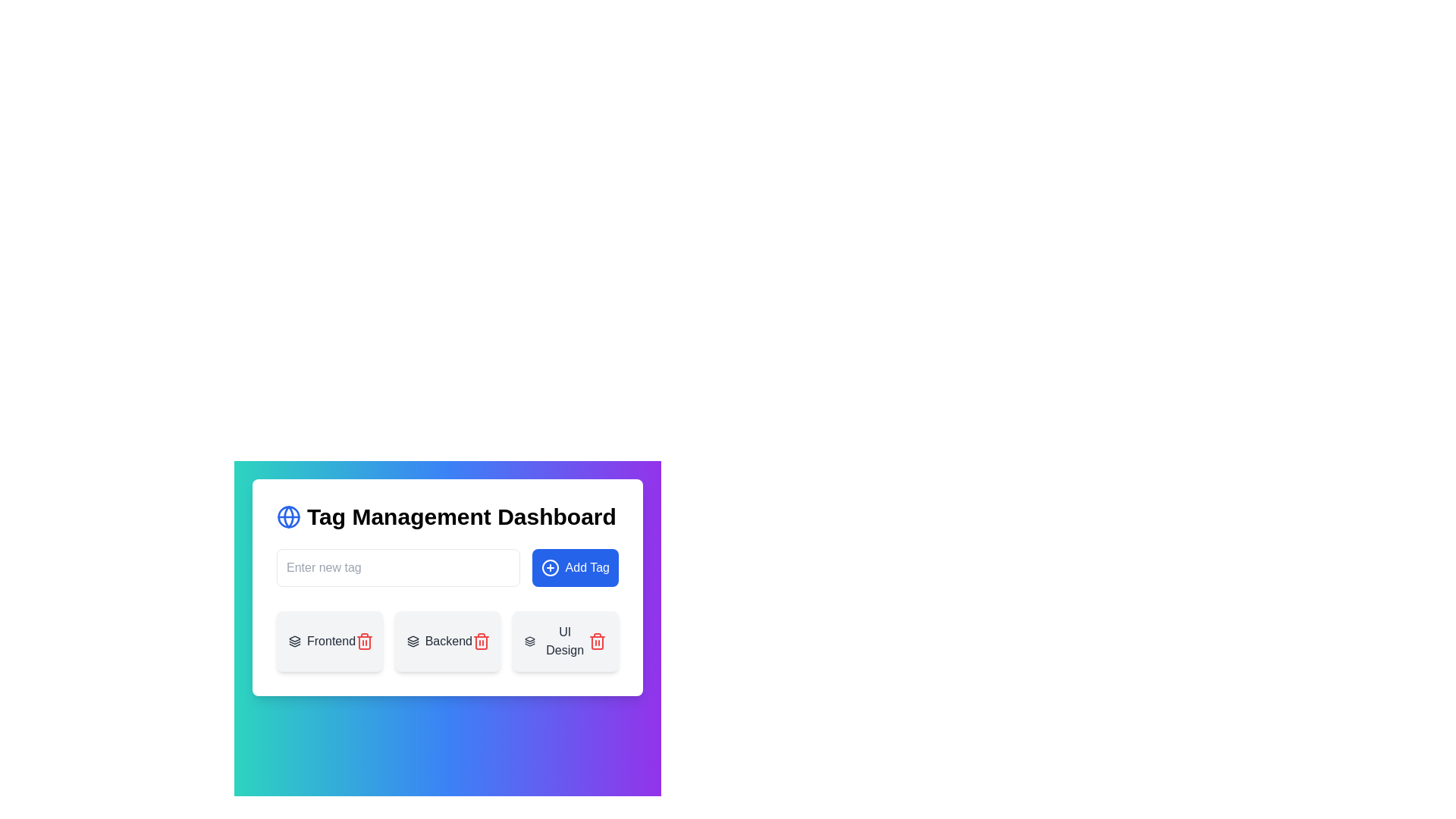 The width and height of the screenshot is (1456, 819). What do you see at coordinates (574, 567) in the screenshot?
I see `the rectangular blue button labeled 'Add Tag' with rounded corners and a plus sign icon` at bounding box center [574, 567].